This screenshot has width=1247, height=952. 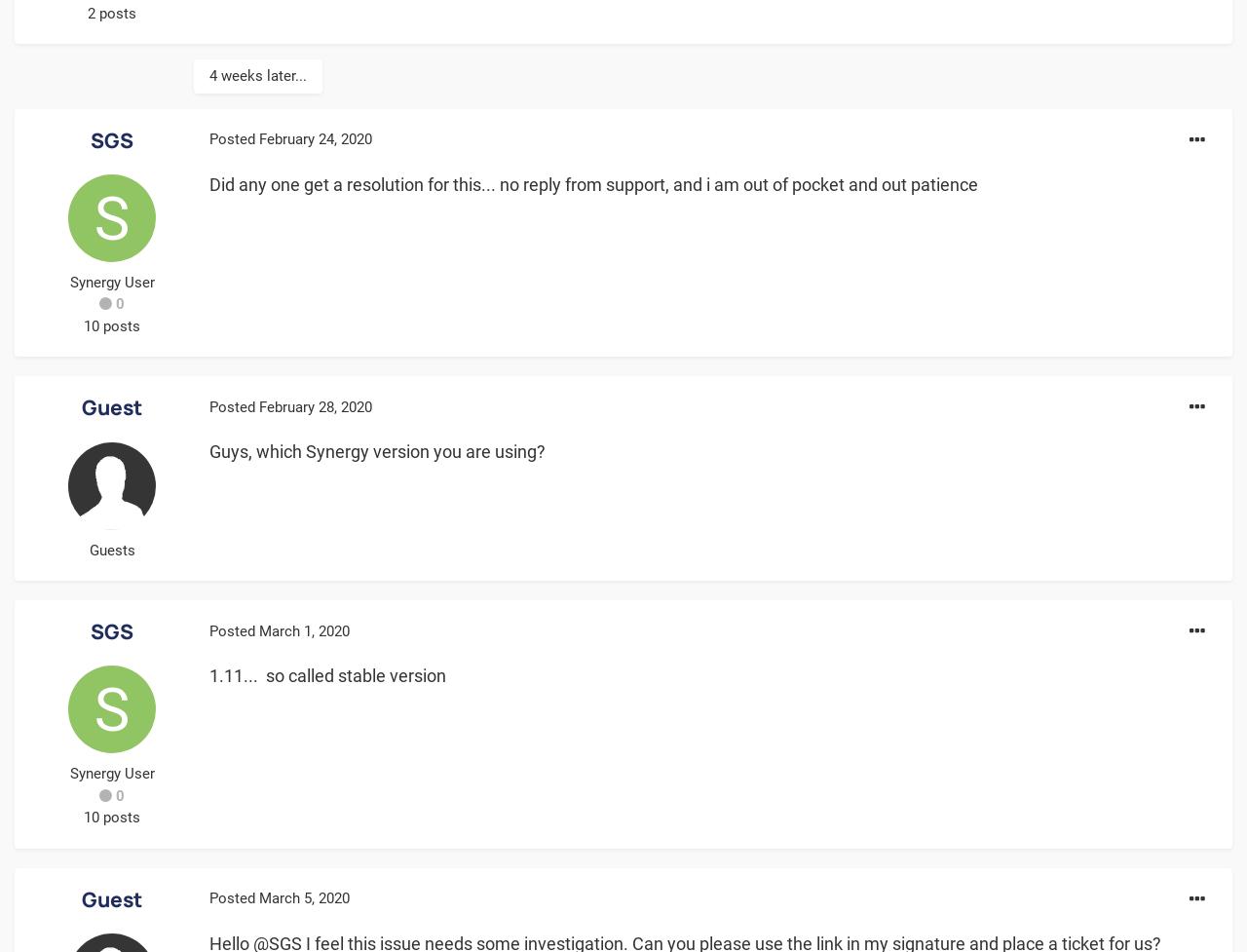 I want to click on 'March 1, 2020', so click(x=303, y=628).